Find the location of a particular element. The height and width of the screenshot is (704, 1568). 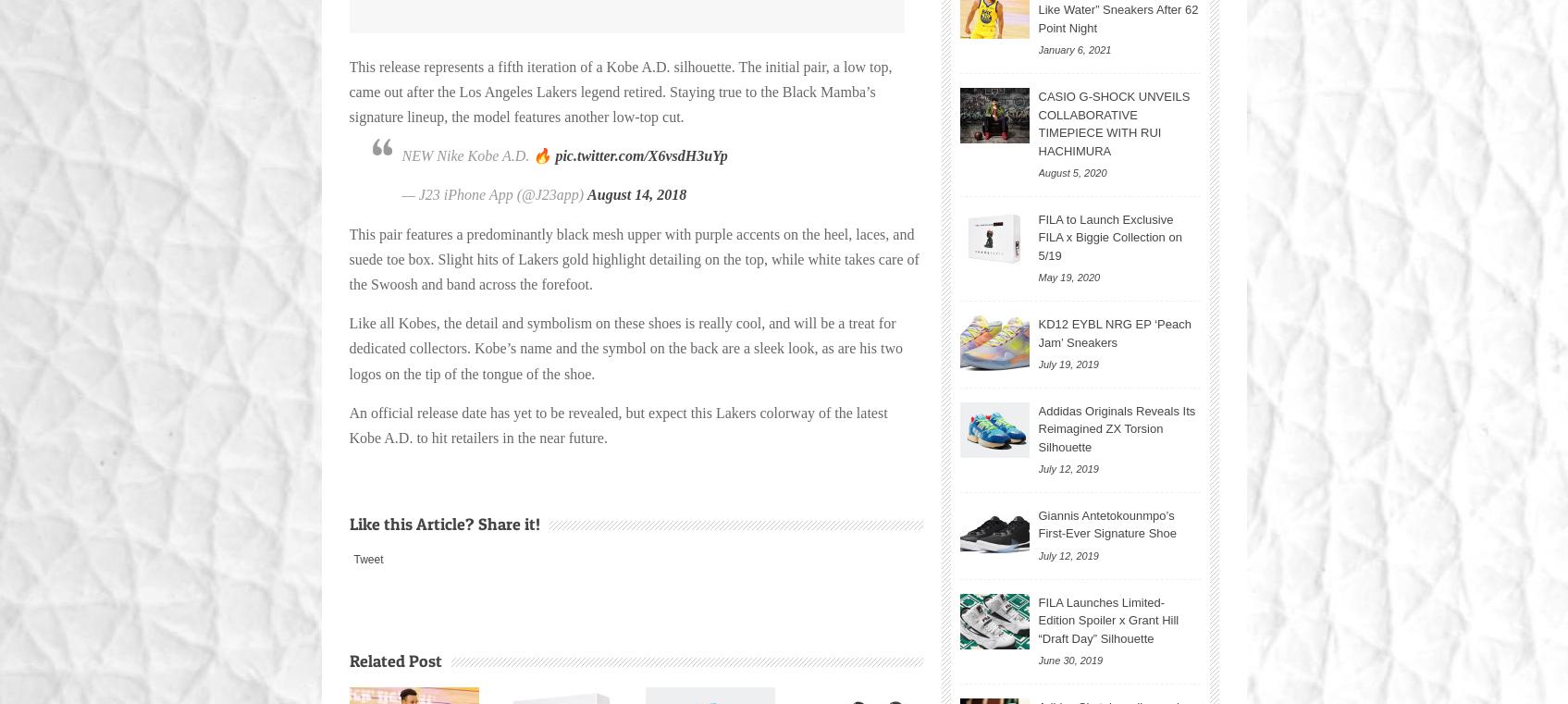

'— J23 iPhone App (@J23app)' is located at coordinates (494, 193).